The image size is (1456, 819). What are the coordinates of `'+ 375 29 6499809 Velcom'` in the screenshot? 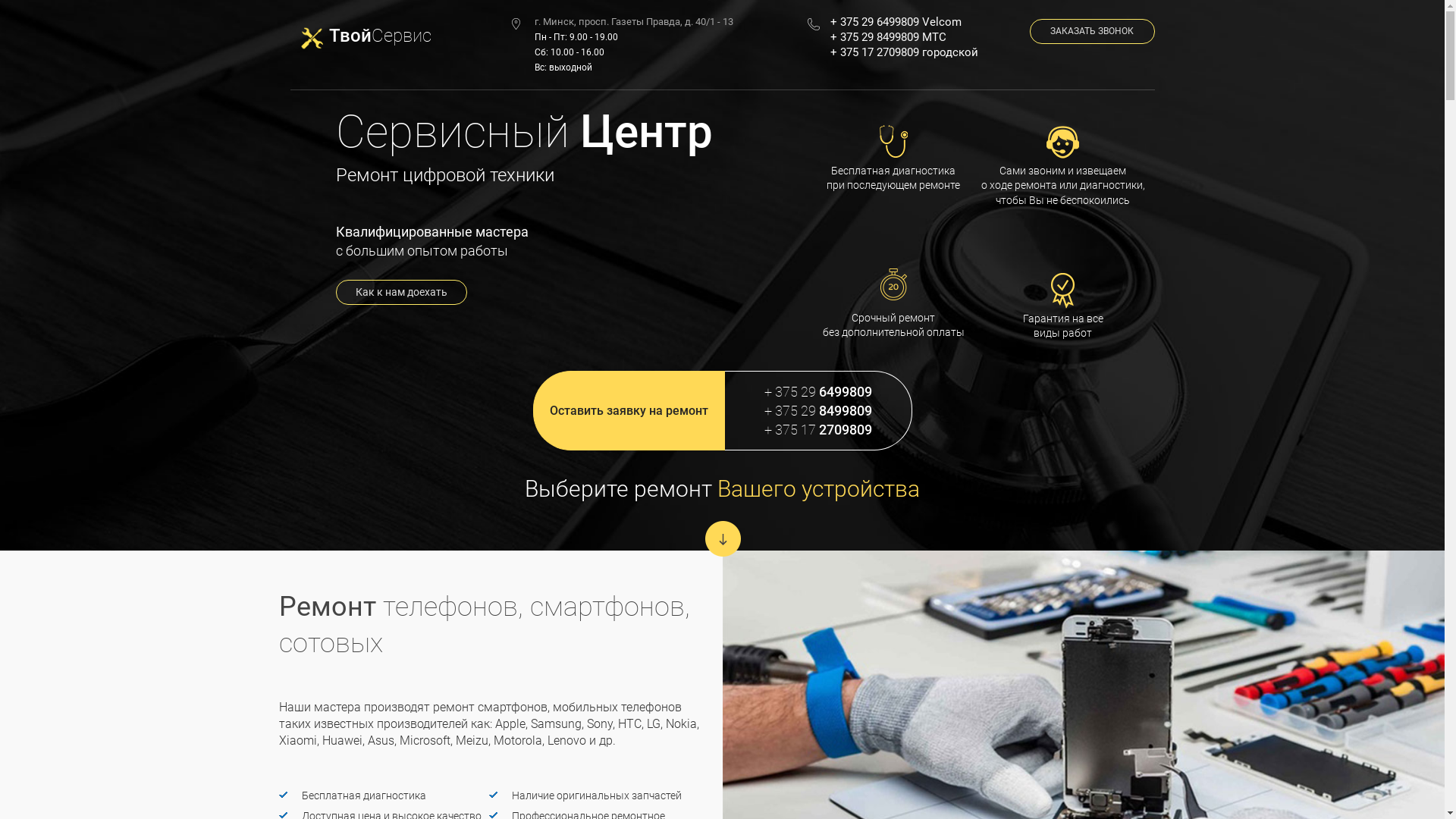 It's located at (918, 22).